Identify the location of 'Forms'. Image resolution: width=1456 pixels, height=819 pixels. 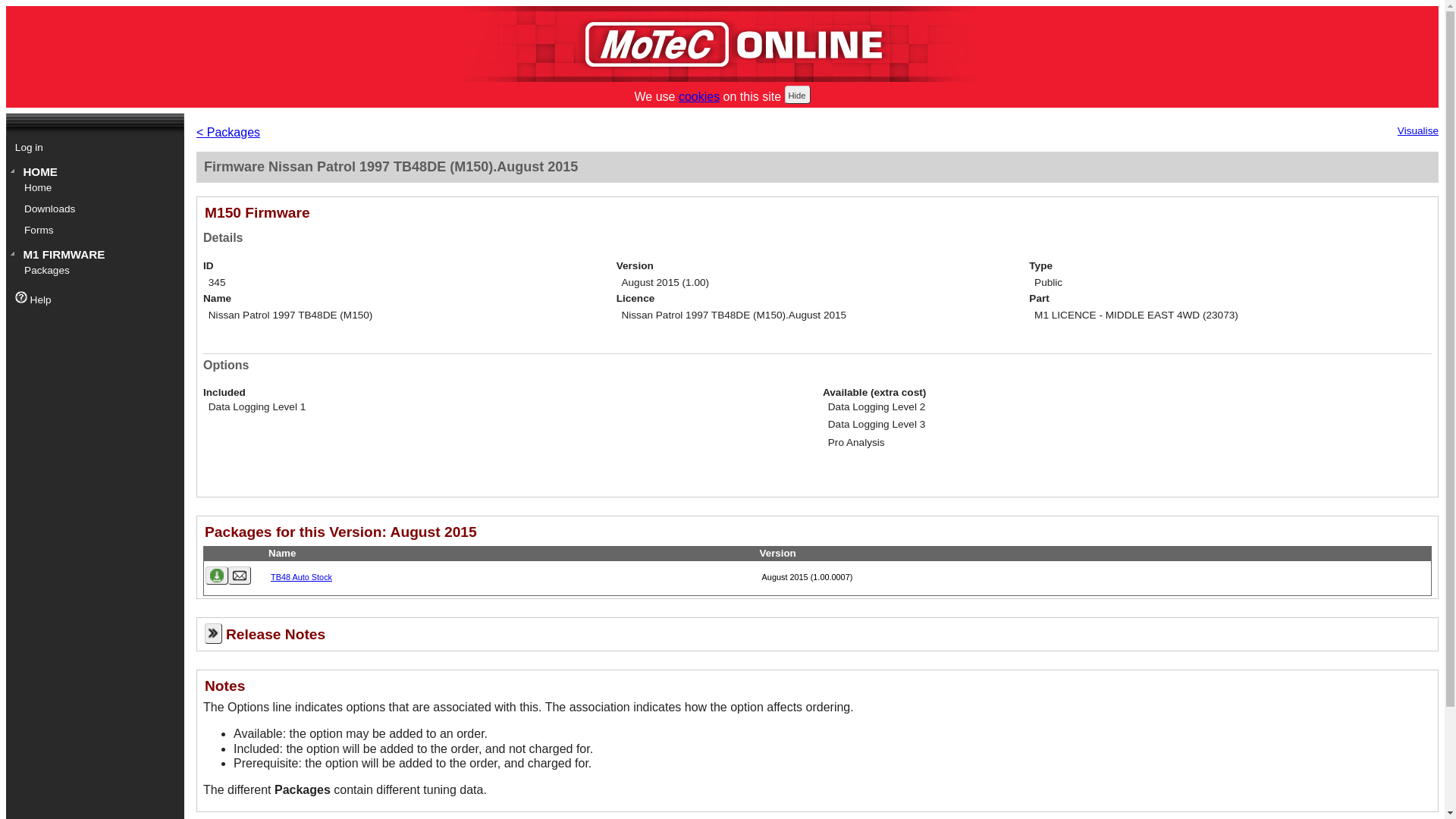
(98, 231).